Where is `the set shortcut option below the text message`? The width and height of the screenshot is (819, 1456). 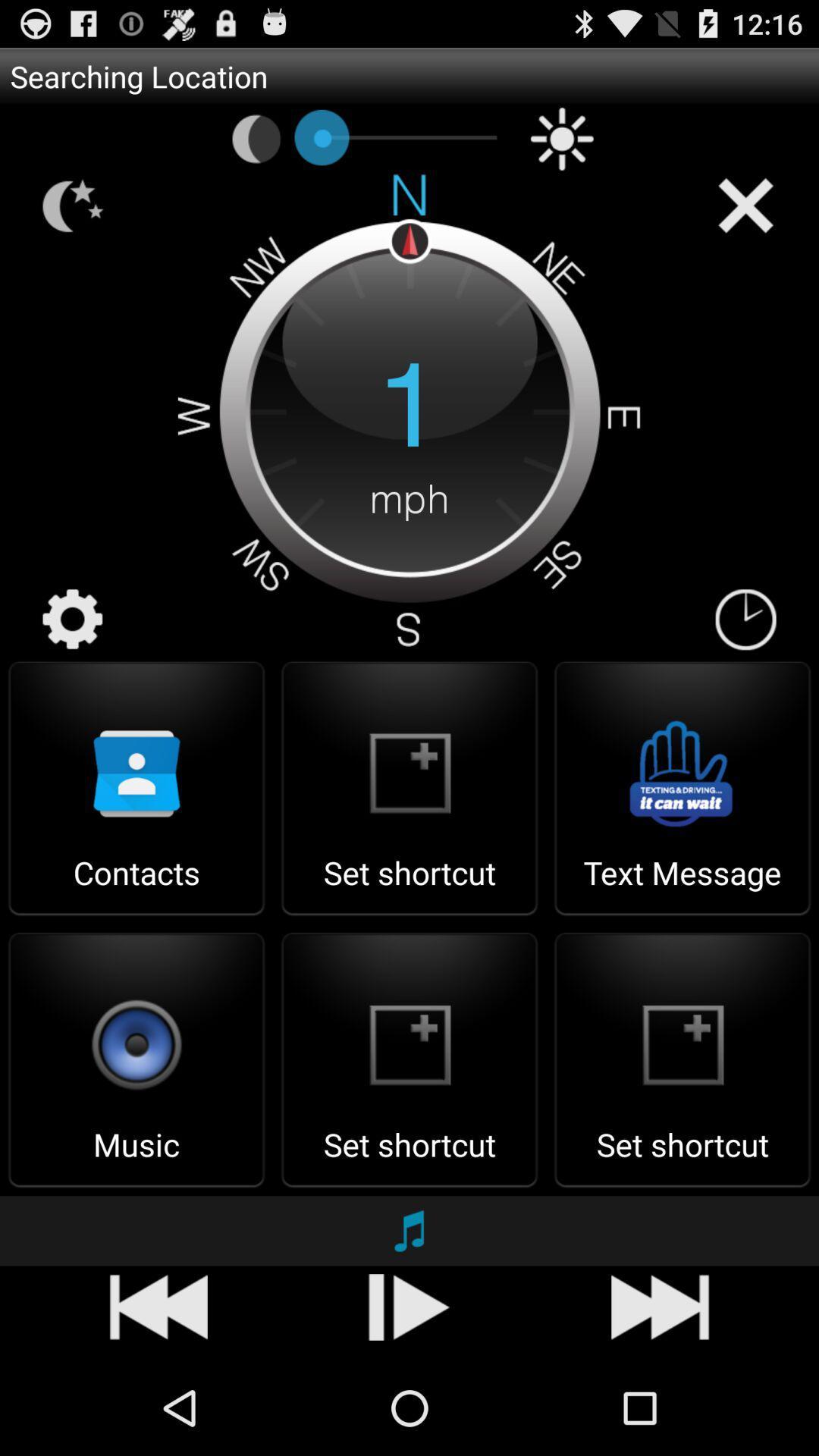 the set shortcut option below the text message is located at coordinates (681, 1059).